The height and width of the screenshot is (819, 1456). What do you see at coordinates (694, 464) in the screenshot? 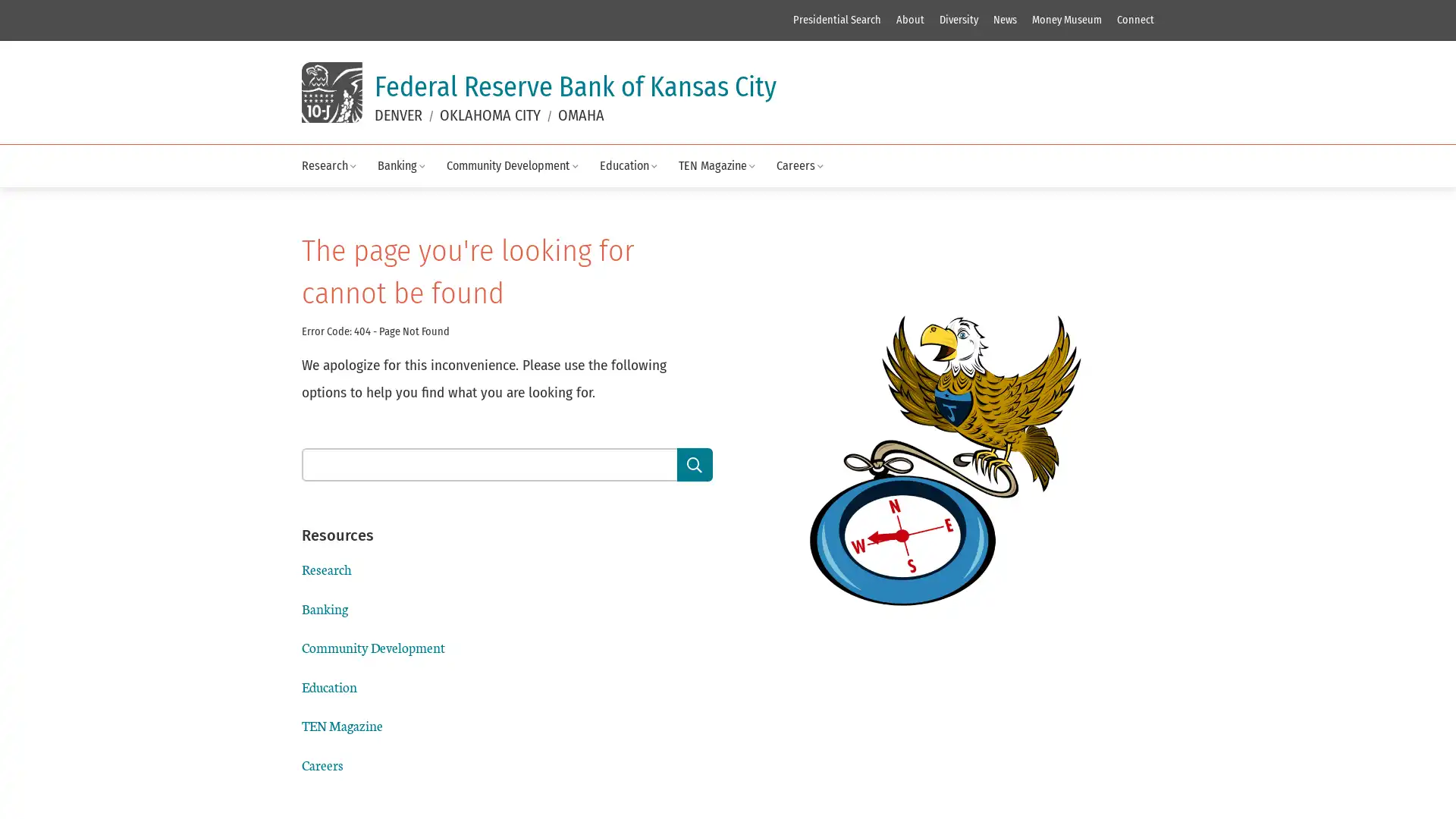
I see `Search` at bounding box center [694, 464].